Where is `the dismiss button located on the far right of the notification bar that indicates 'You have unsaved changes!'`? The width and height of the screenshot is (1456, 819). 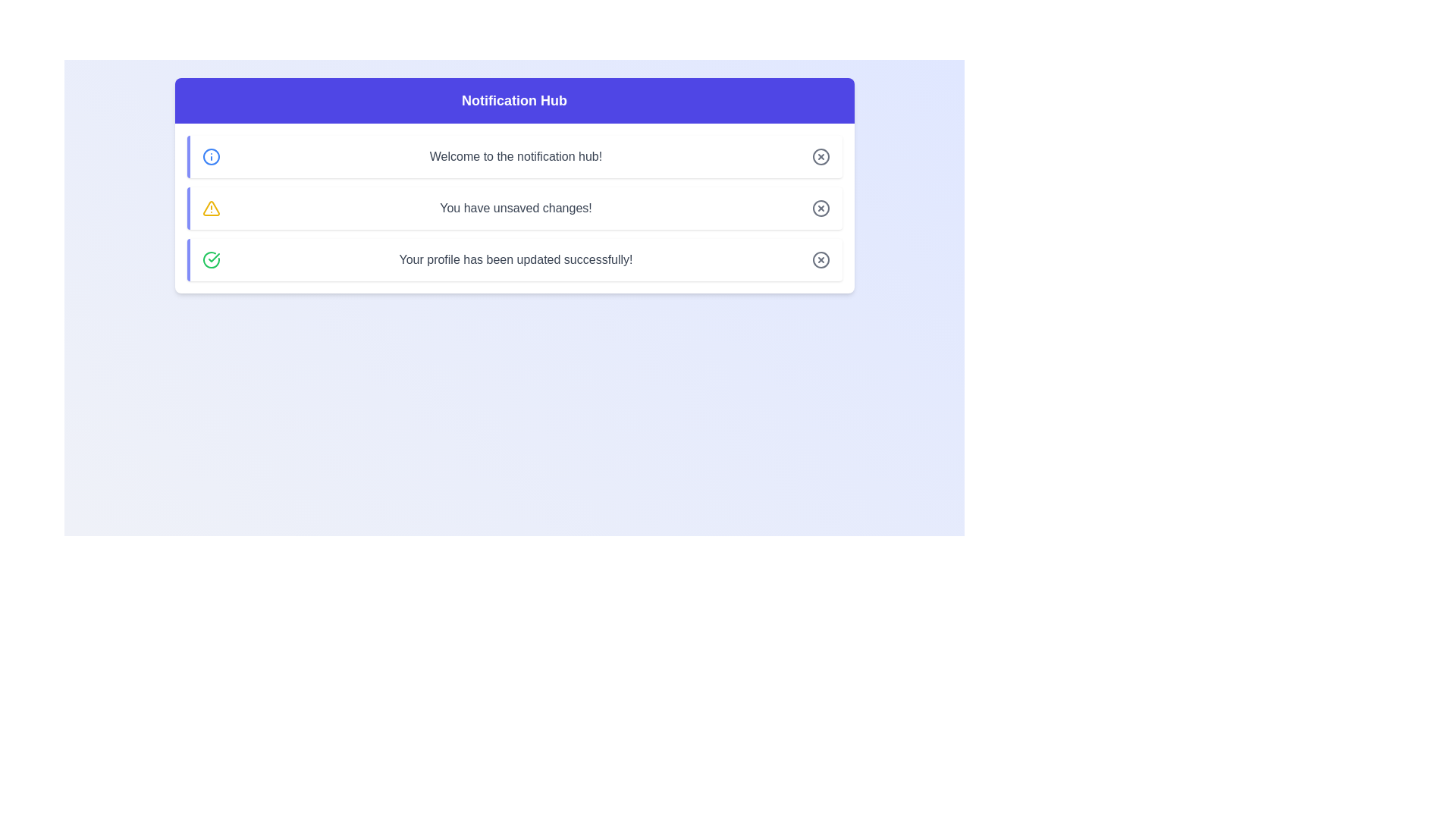
the dismiss button located on the far right of the notification bar that indicates 'You have unsaved changes!' is located at coordinates (820, 208).